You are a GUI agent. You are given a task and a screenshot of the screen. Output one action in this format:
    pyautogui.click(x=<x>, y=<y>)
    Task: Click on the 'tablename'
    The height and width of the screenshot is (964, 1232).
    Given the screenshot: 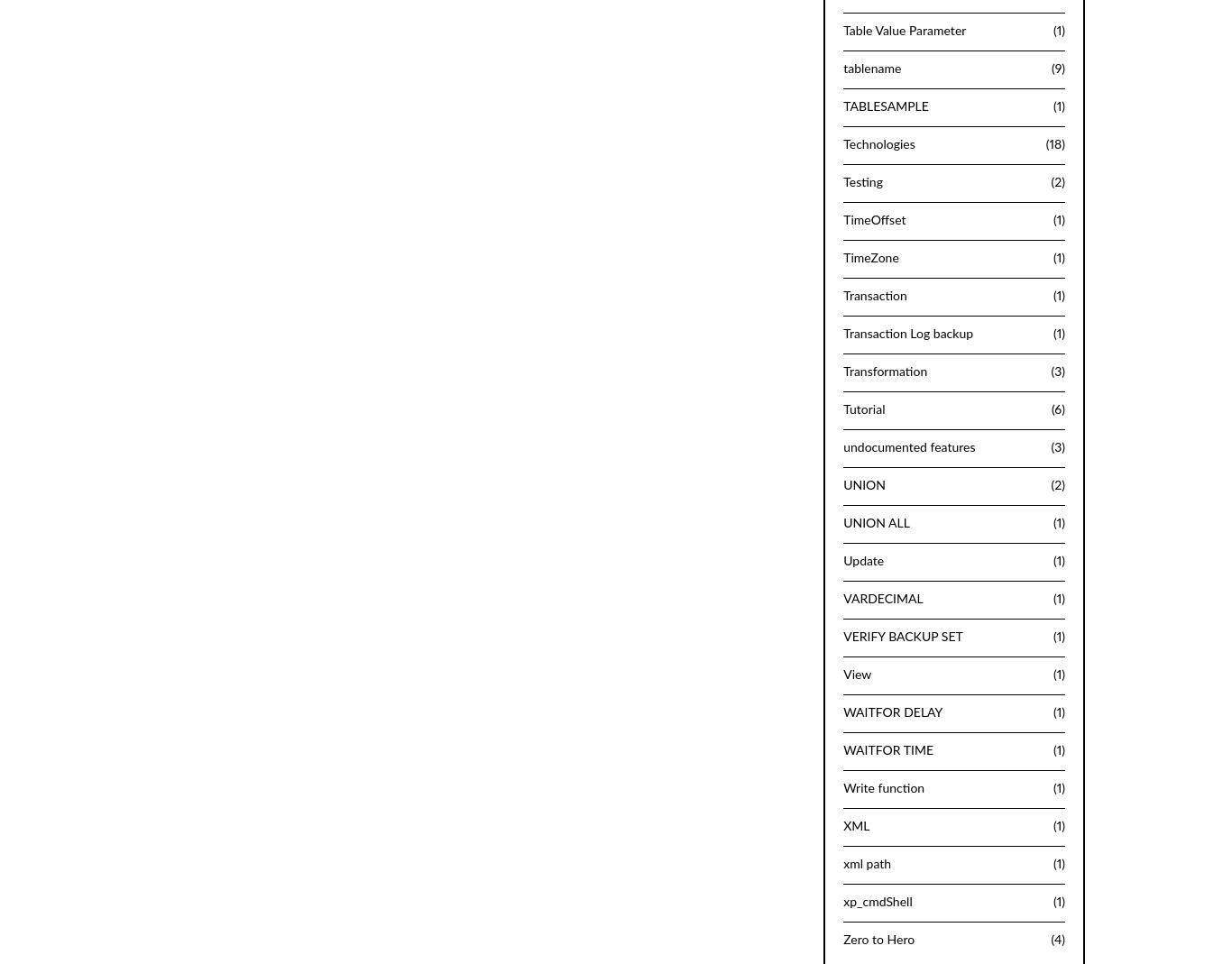 What is the action you would take?
    pyautogui.click(x=843, y=68)
    